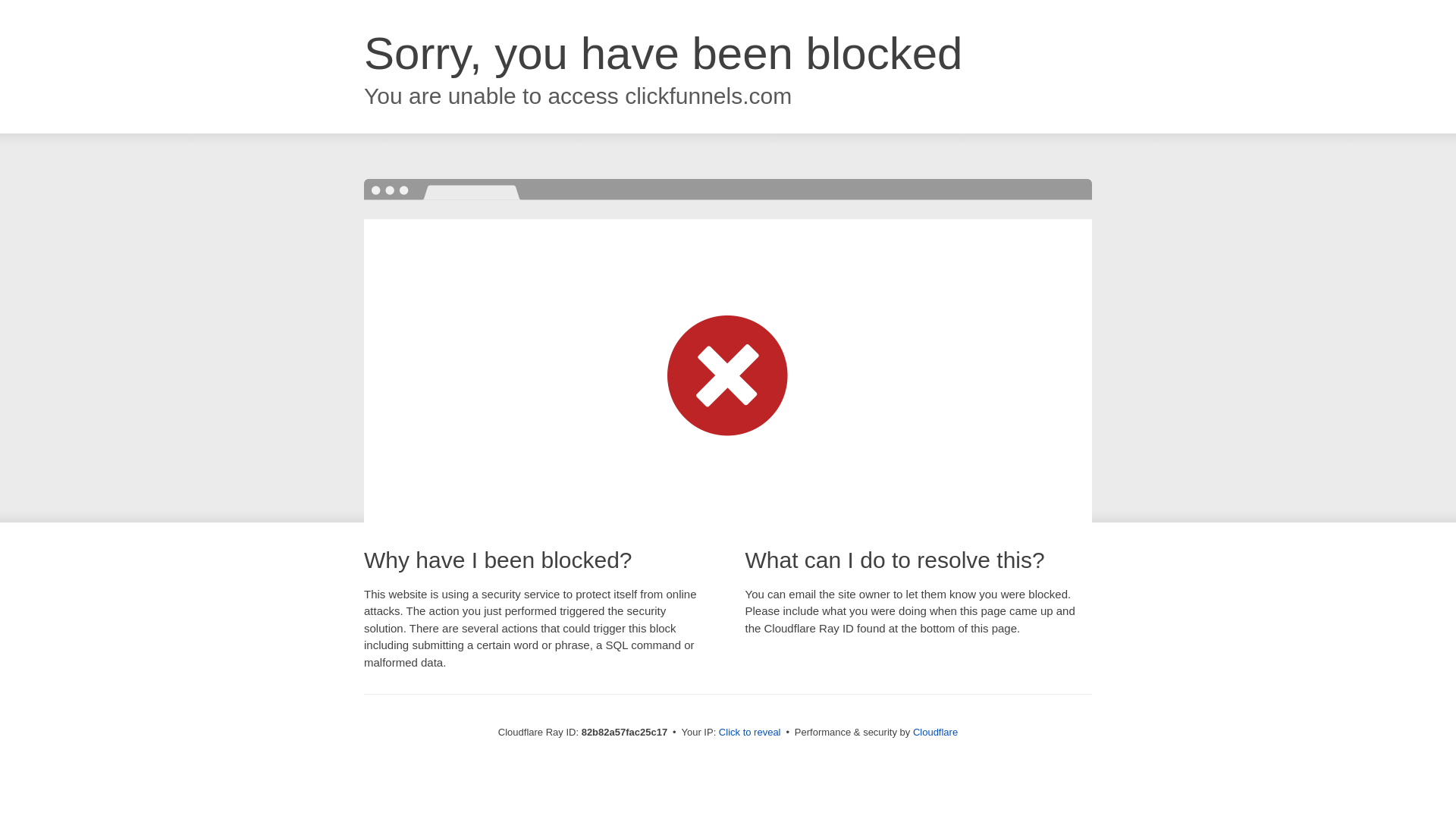 The image size is (1456, 819). I want to click on 'Cloudflare', so click(934, 731).